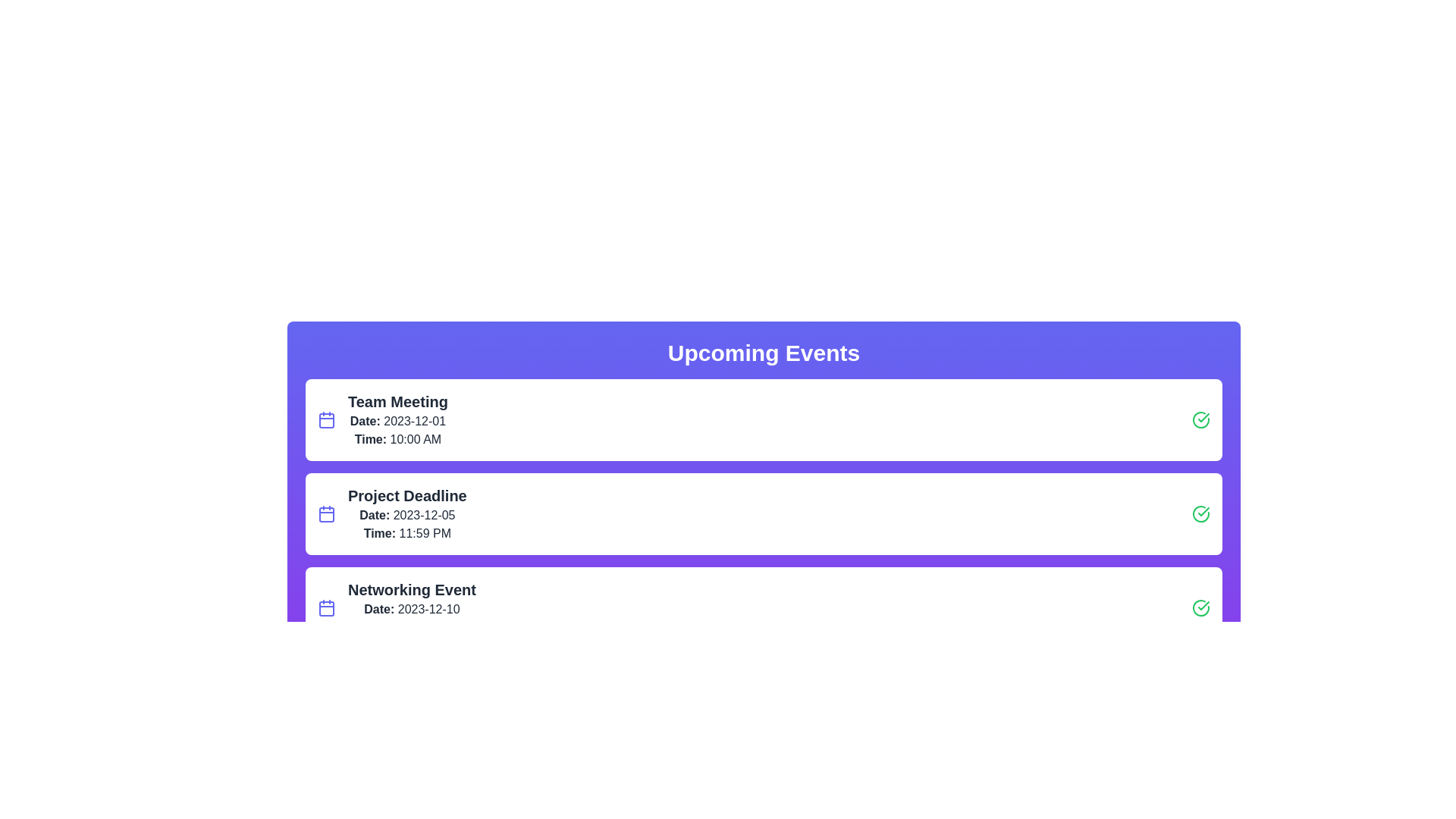  Describe the element at coordinates (397, 421) in the screenshot. I see `the text label displaying 'Date: 2023-12-01'` at that location.